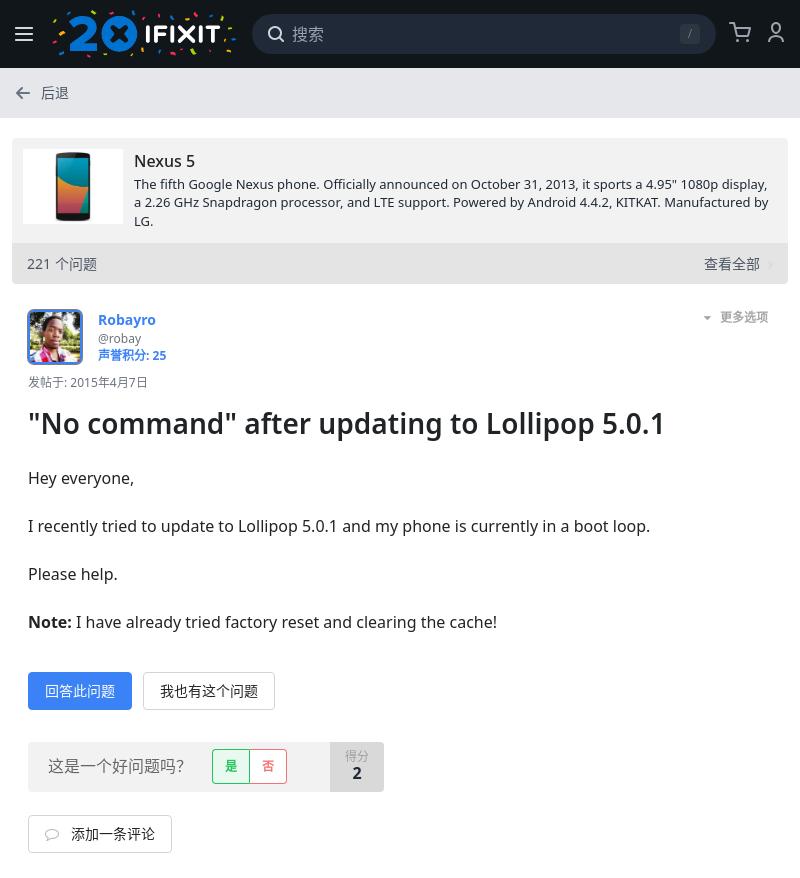 The width and height of the screenshot is (800, 878). Describe the element at coordinates (72, 572) in the screenshot. I see `'Please help.'` at that location.